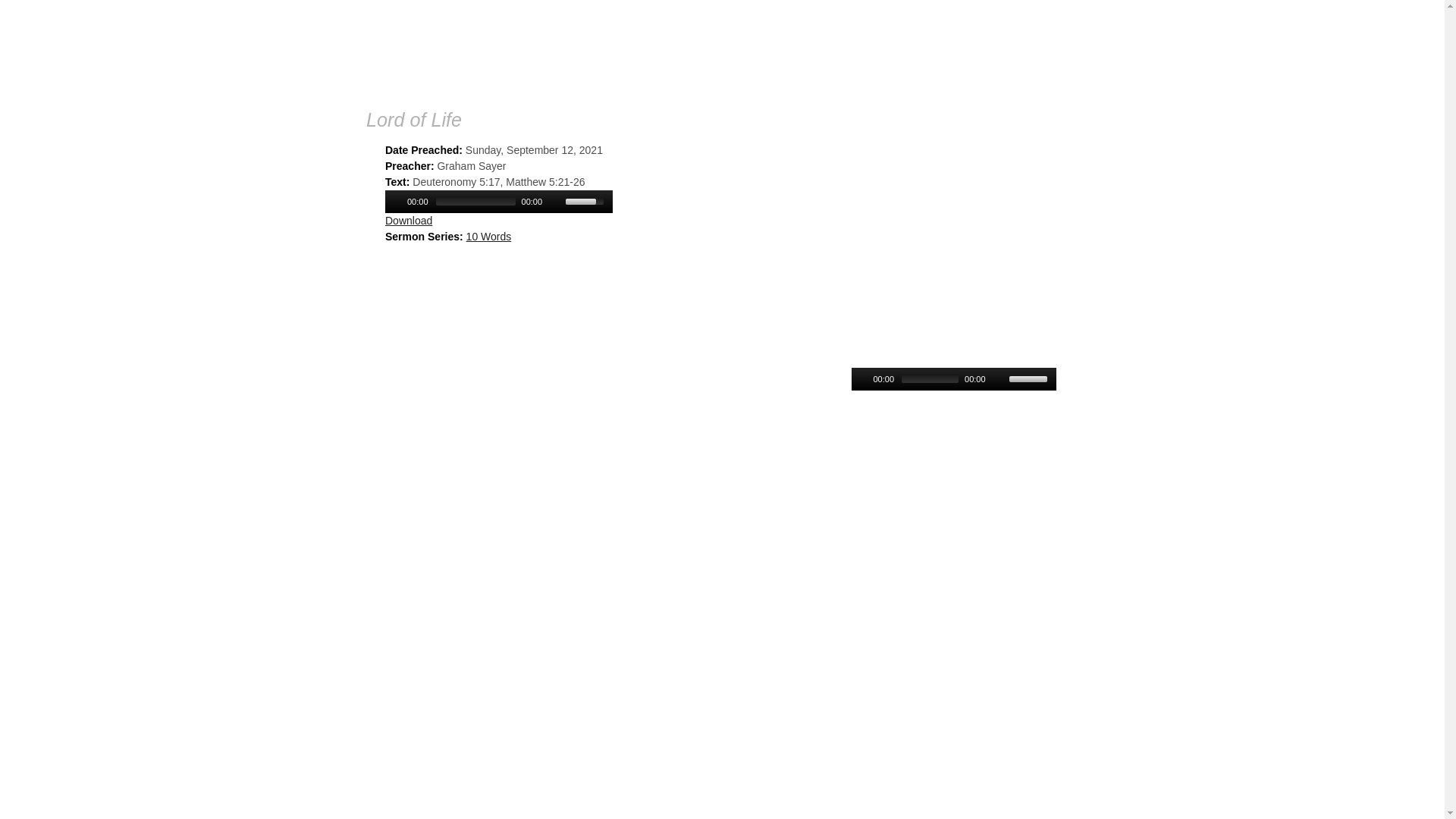 The width and height of the screenshot is (1456, 819). Describe the element at coordinates (395, 201) in the screenshot. I see `'Play/Pause'` at that location.